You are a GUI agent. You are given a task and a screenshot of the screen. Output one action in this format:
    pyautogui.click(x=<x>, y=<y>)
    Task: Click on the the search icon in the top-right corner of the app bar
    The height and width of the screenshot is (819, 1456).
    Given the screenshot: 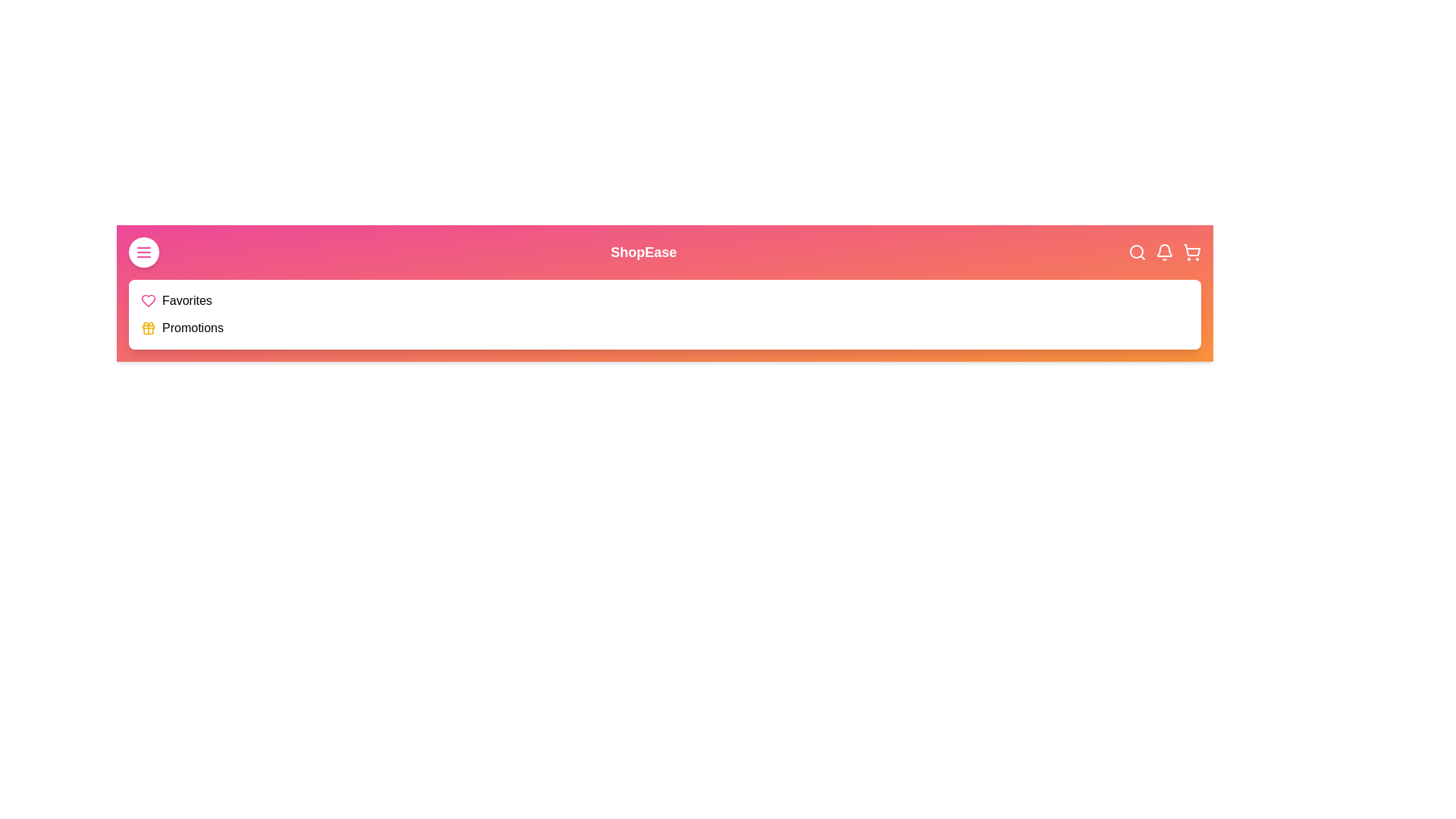 What is the action you would take?
    pyautogui.click(x=1137, y=251)
    